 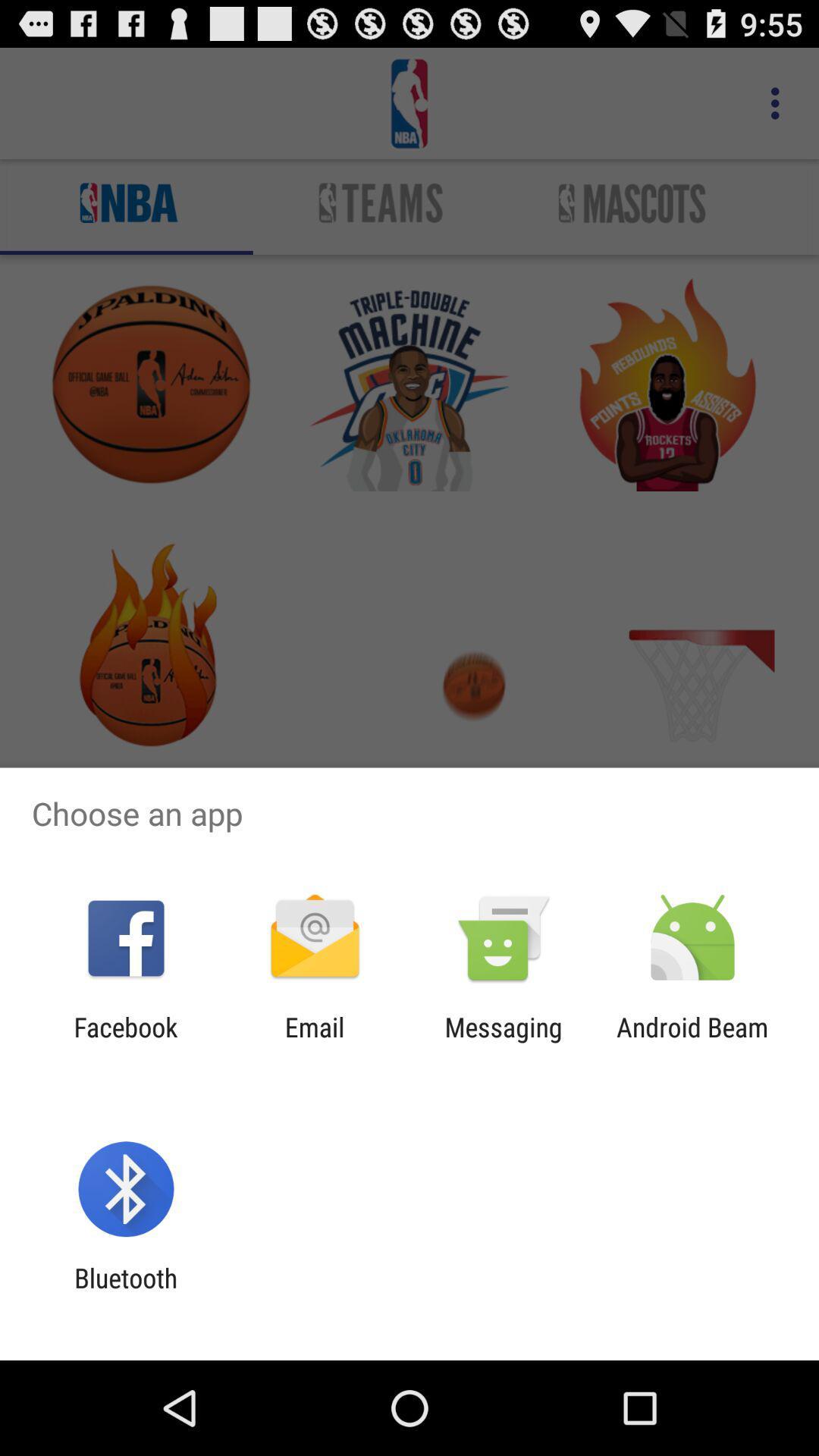 What do you see at coordinates (504, 1042) in the screenshot?
I see `messaging app` at bounding box center [504, 1042].